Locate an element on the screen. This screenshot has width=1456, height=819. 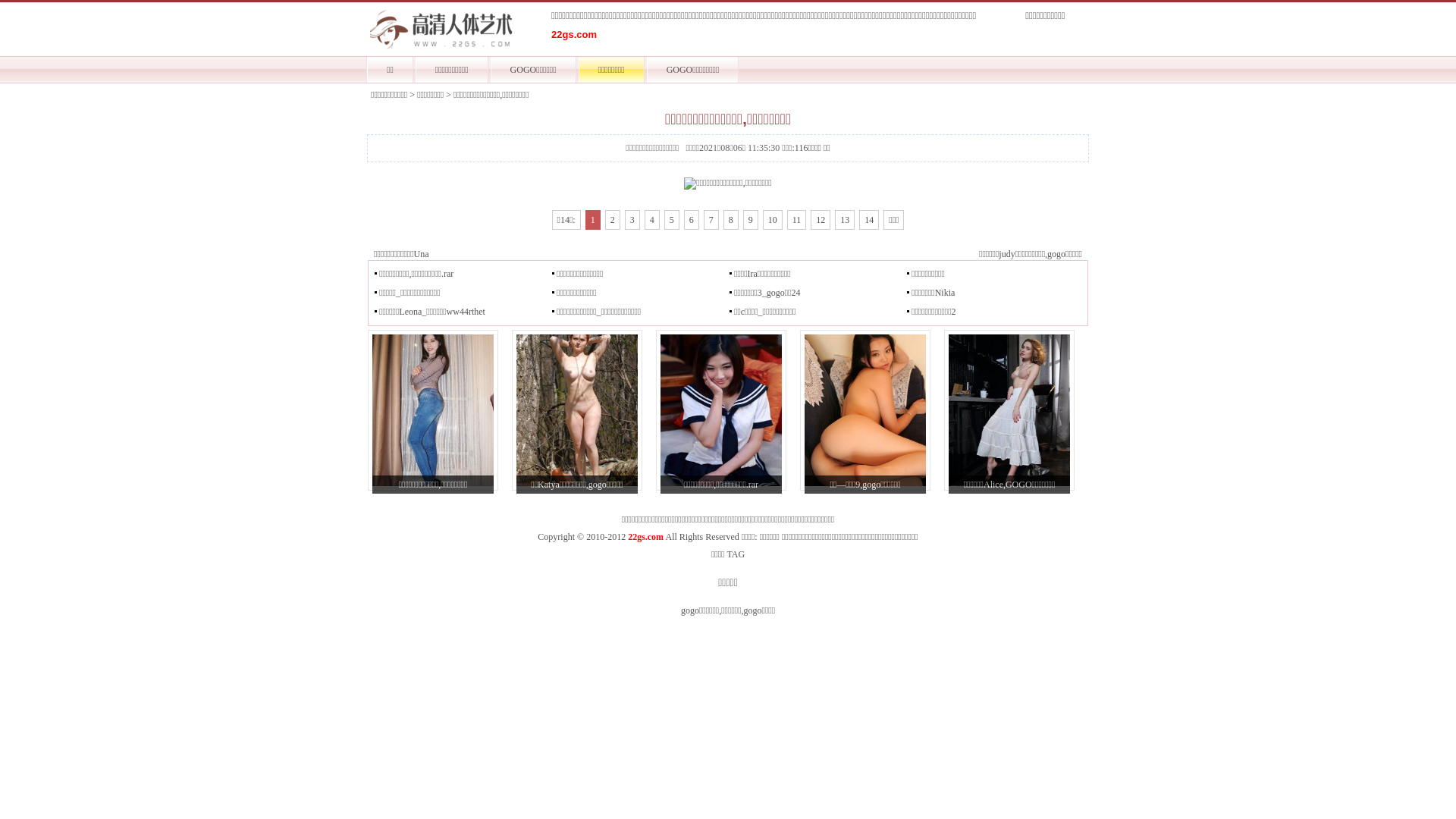
'1' is located at coordinates (592, 219).